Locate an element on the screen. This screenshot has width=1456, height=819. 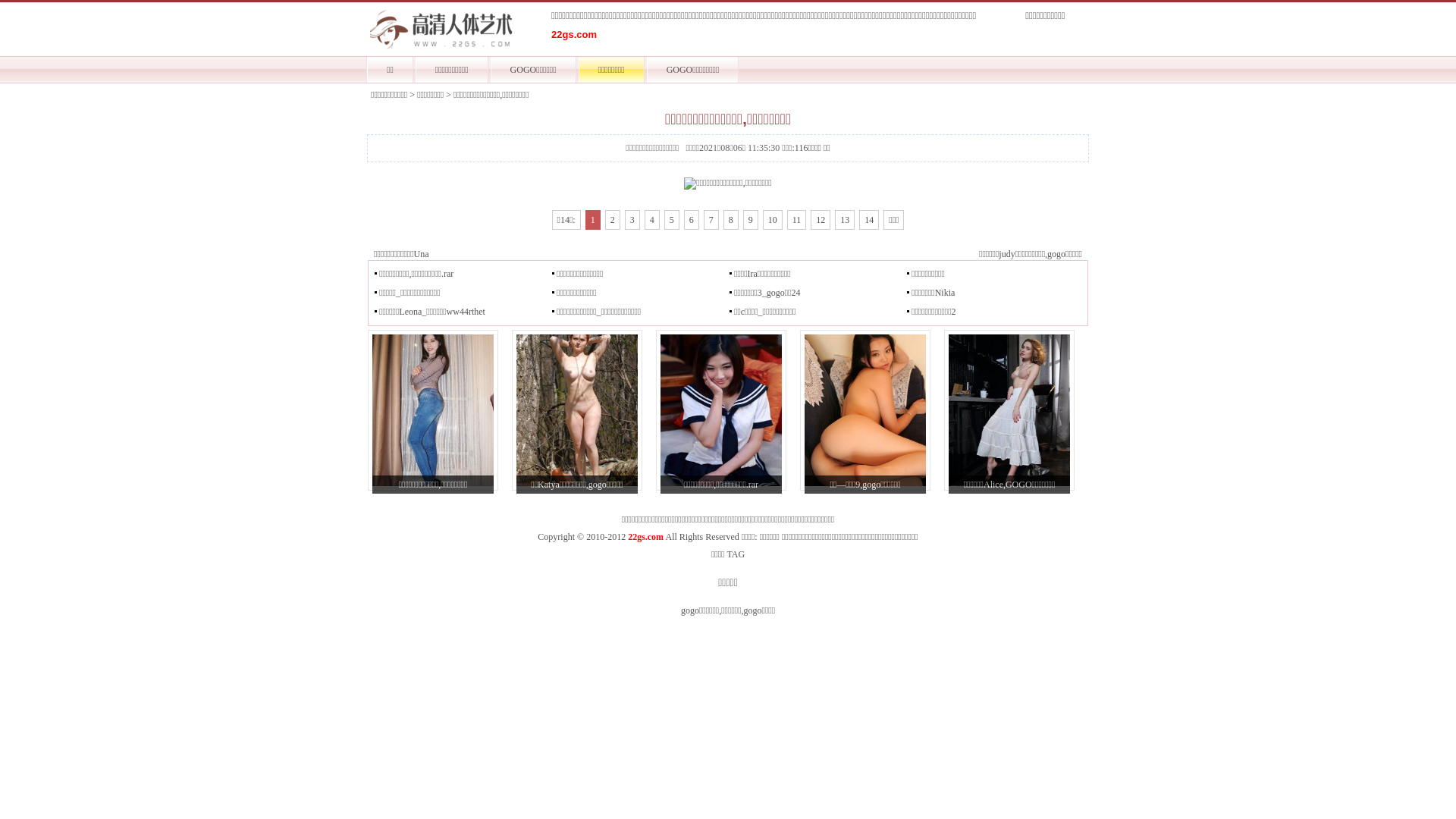
'1' is located at coordinates (592, 219).